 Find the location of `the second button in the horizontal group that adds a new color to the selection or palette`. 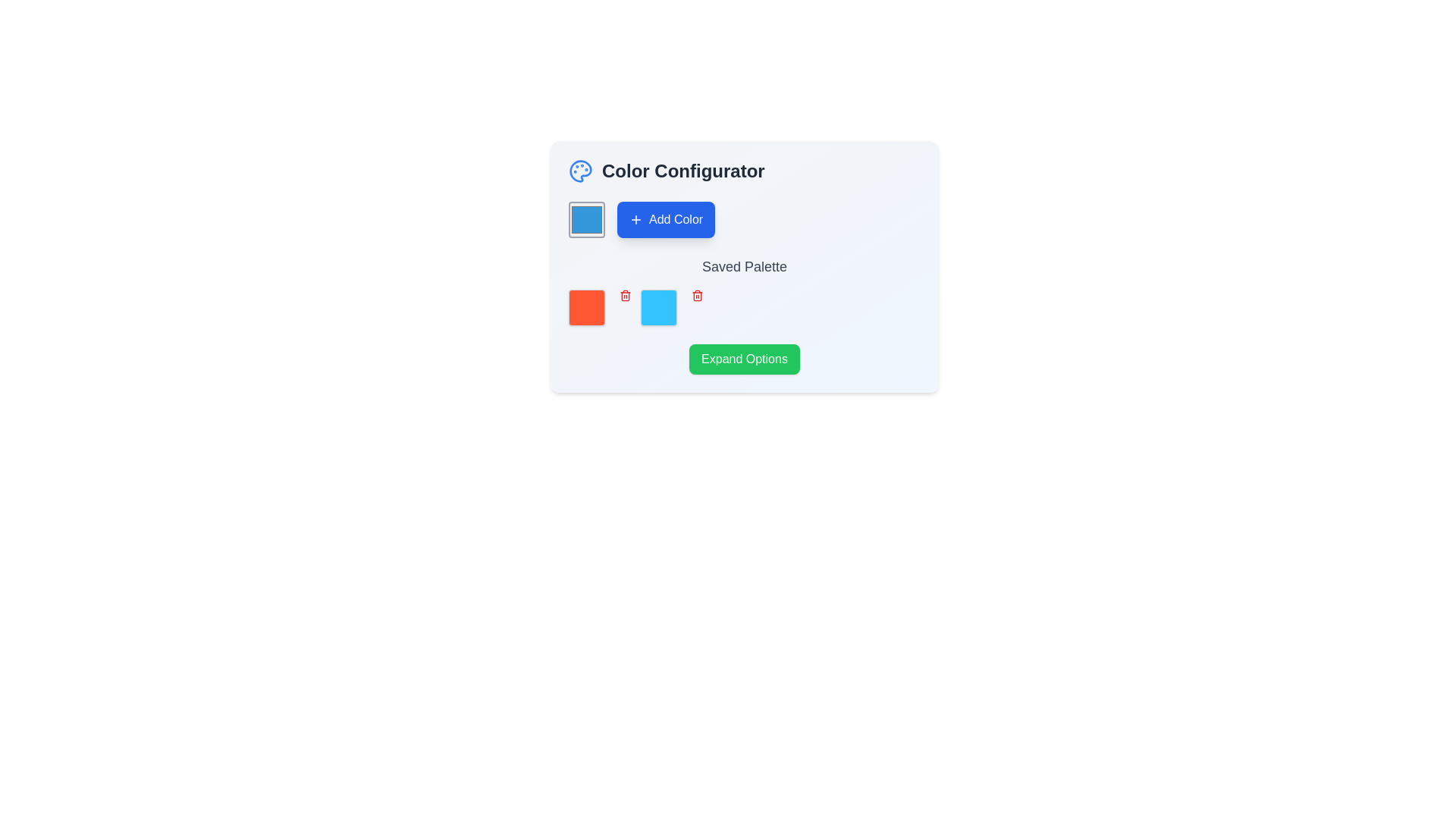

the second button in the horizontal group that adds a new color to the selection or palette is located at coordinates (666, 219).